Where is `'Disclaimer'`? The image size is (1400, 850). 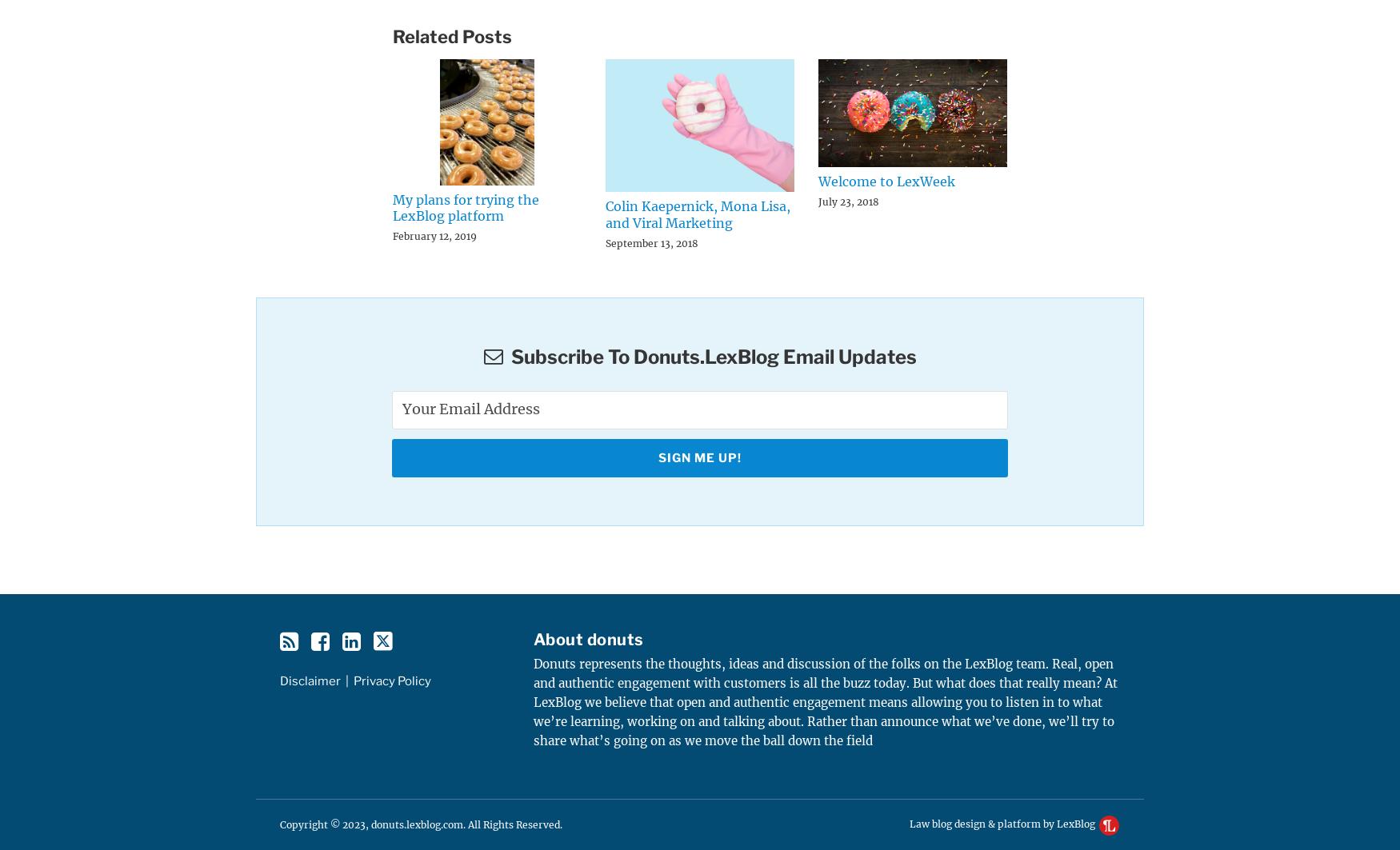
'Disclaimer' is located at coordinates (309, 680).